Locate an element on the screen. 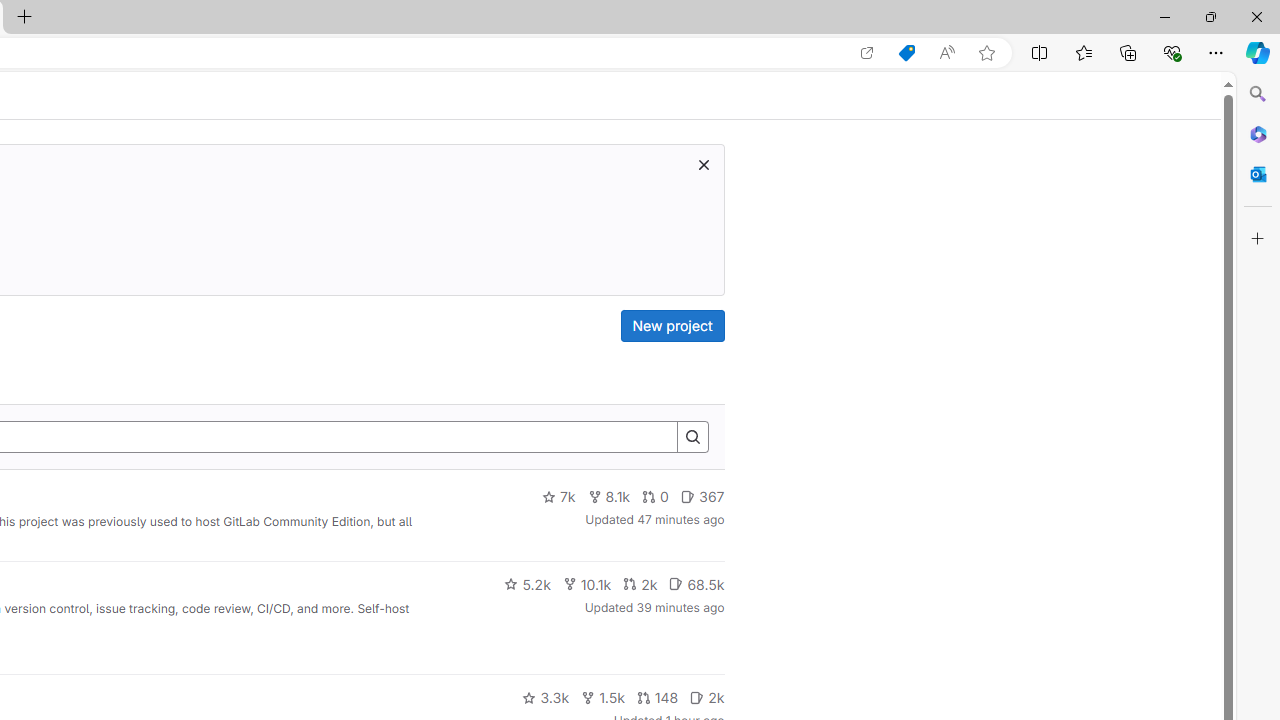 This screenshot has height=720, width=1280. 'Open in app' is located at coordinates (867, 52).